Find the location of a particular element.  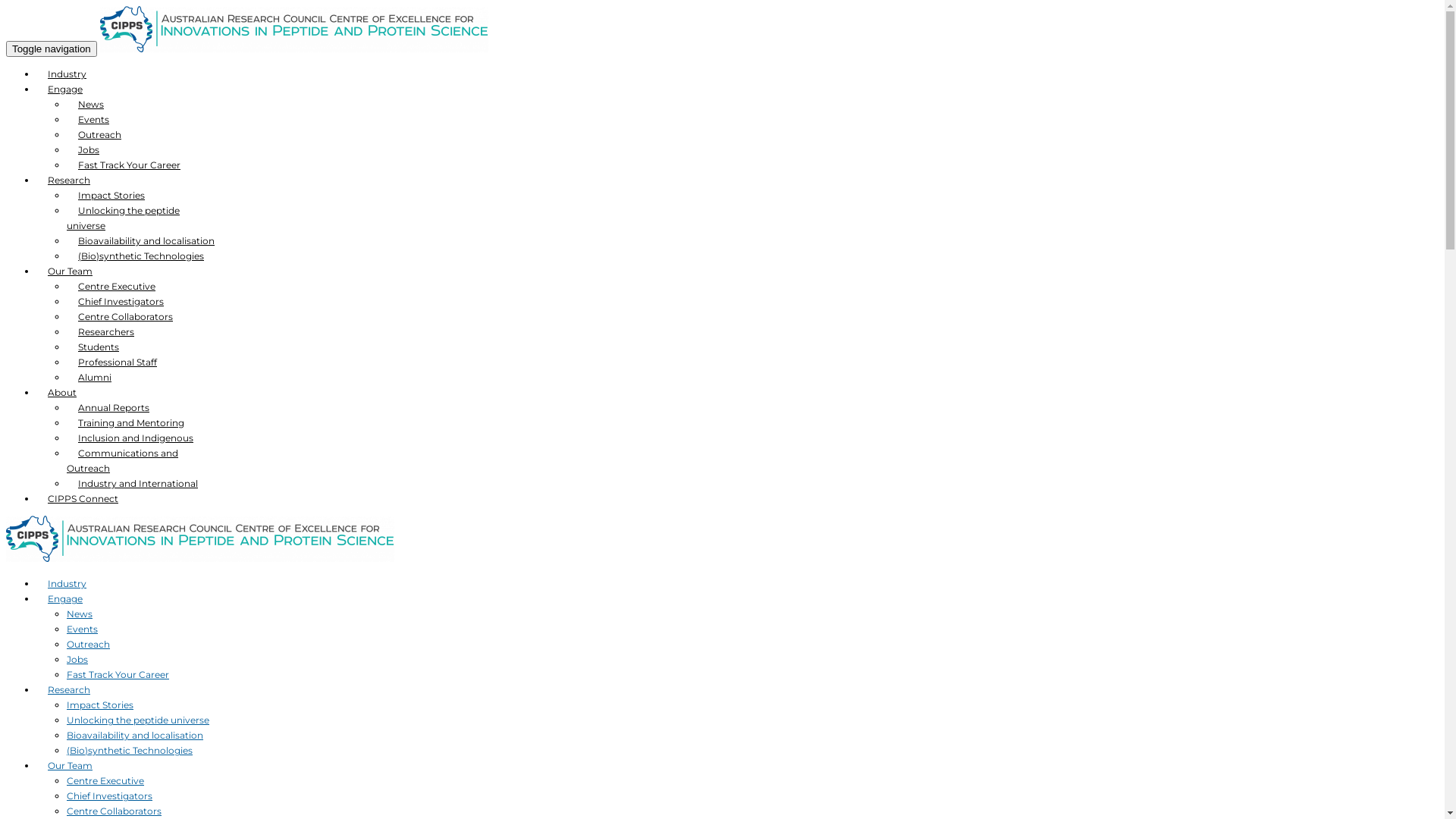

'Industry and International' is located at coordinates (138, 483).